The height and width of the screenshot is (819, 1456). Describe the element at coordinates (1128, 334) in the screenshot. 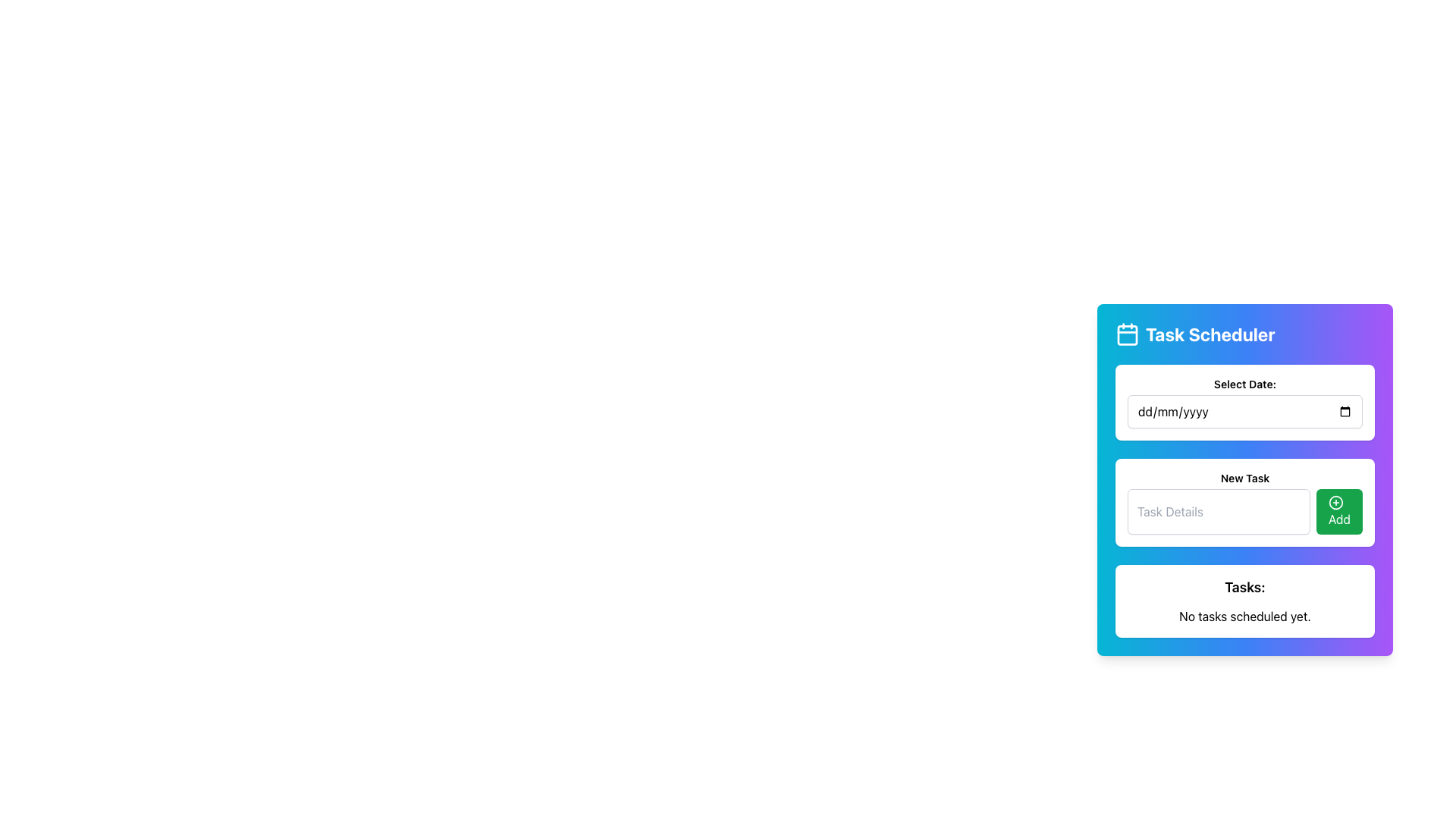

I see `the main content area of the calendar icon, which is represented by a rectangular shape with rounded corners located in the top-left corner of the interface` at that location.